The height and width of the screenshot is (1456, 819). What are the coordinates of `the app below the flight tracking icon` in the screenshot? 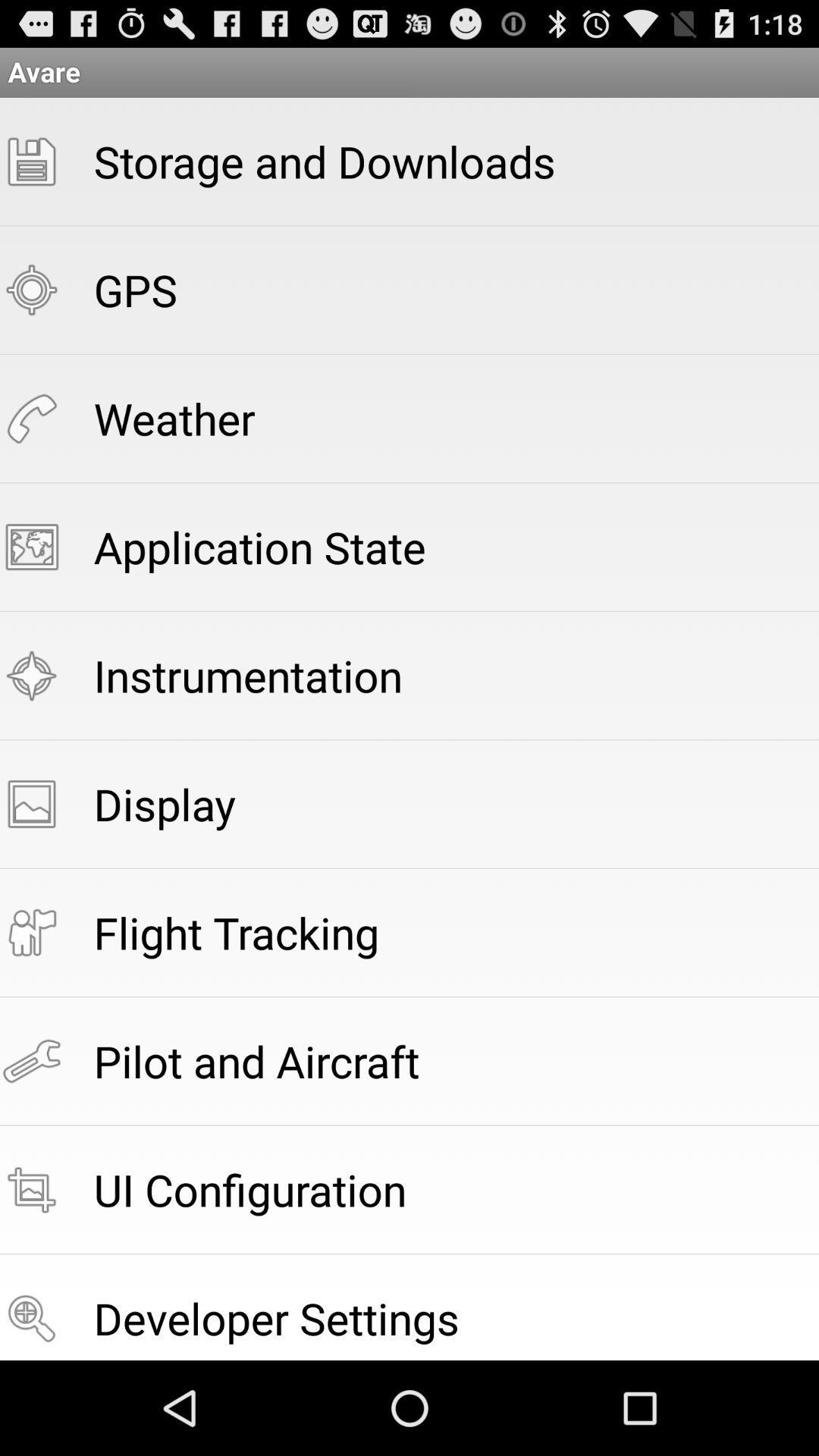 It's located at (256, 1060).